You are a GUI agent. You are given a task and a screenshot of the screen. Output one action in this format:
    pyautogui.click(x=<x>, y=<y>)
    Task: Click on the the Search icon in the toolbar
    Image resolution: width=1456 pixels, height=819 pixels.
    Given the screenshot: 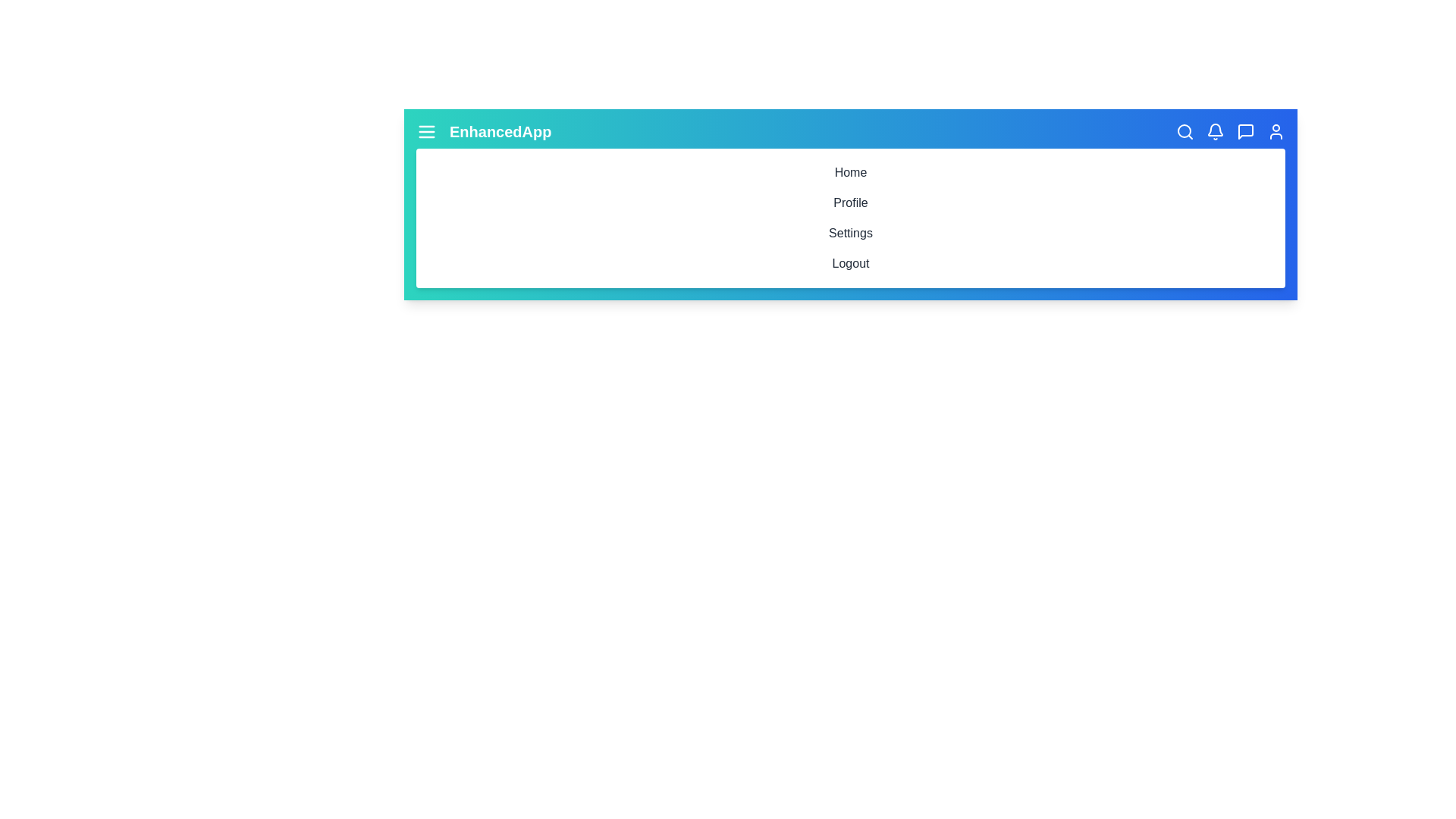 What is the action you would take?
    pyautogui.click(x=1185, y=130)
    